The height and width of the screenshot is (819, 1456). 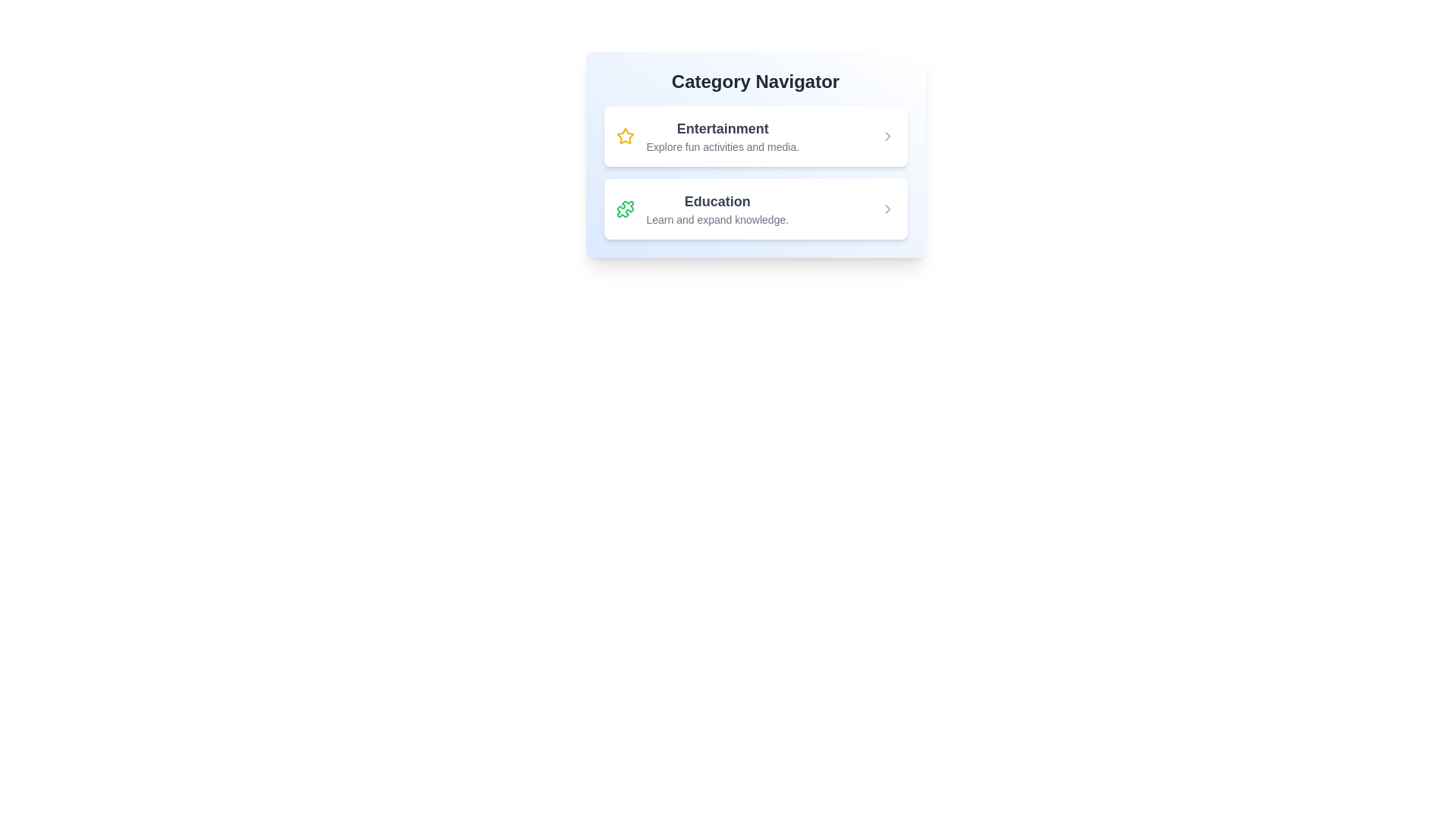 What do you see at coordinates (625, 136) in the screenshot?
I see `the 'Entertainment' category icon located at the top left part of the first card, which serves as a visual indicator for the category` at bounding box center [625, 136].